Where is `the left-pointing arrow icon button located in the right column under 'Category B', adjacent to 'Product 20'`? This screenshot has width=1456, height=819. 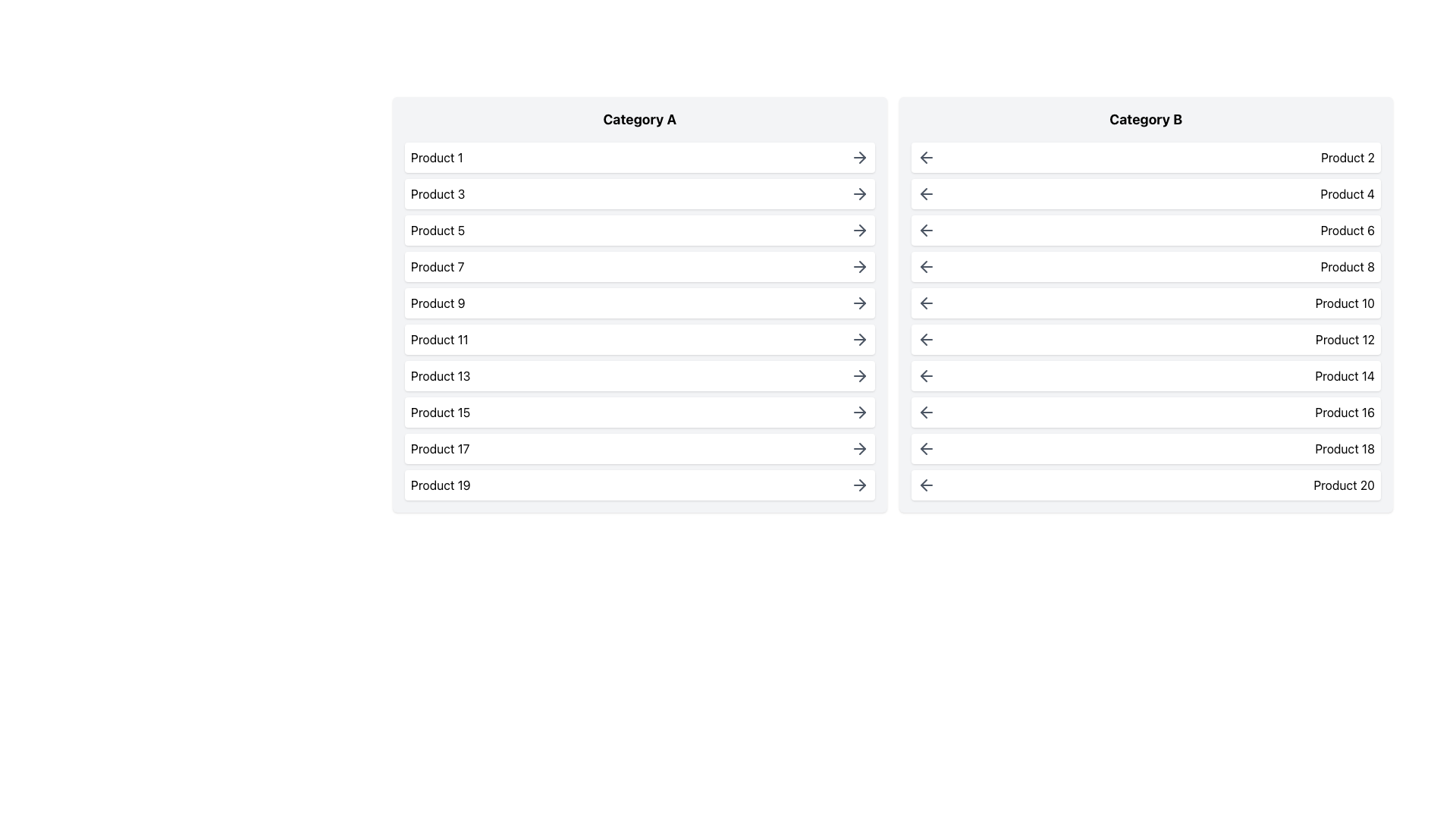
the left-pointing arrow icon button located in the right column under 'Category B', adjacent to 'Product 20' is located at coordinates (925, 485).